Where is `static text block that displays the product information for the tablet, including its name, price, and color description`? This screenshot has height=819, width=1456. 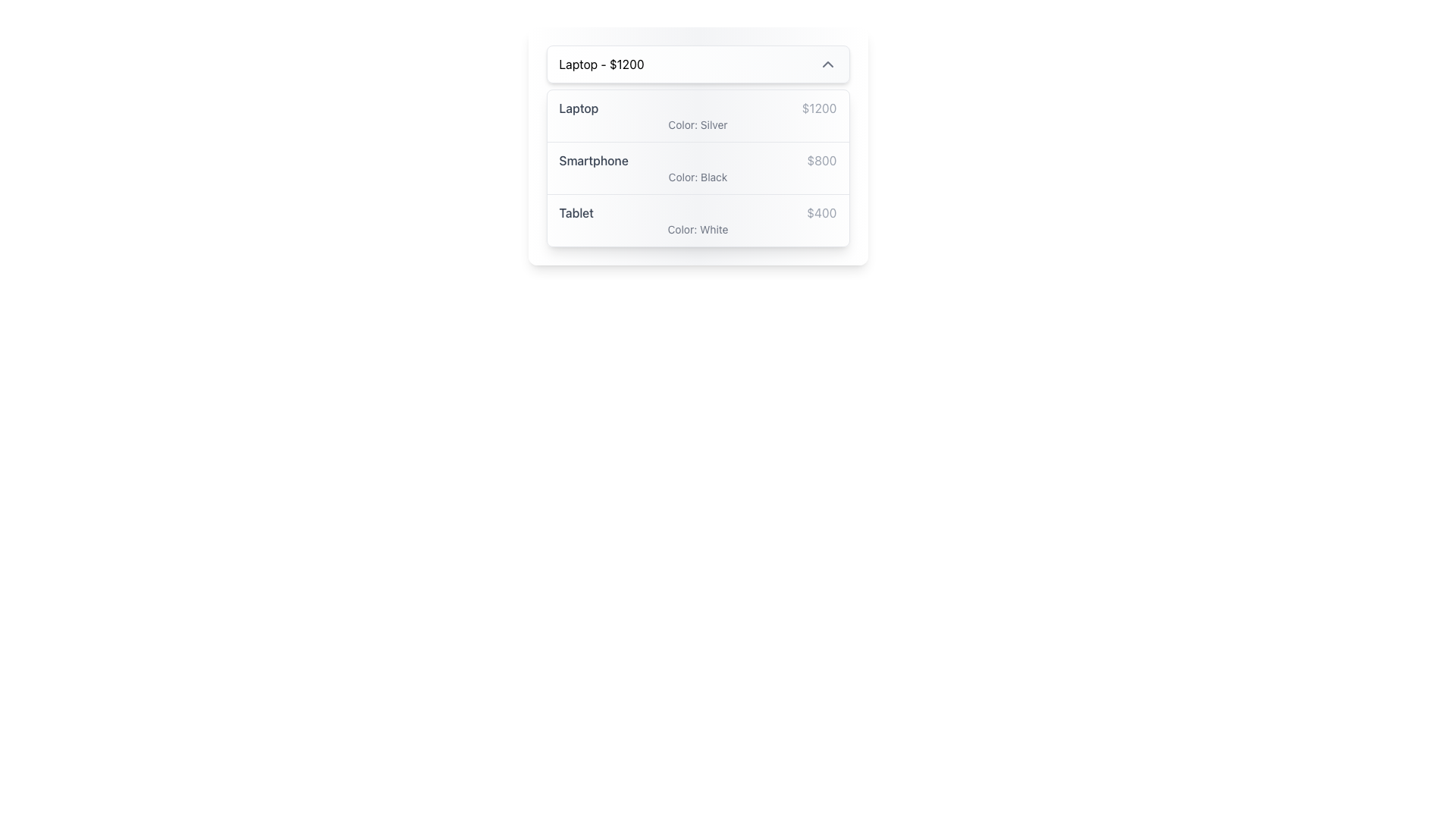
static text block that displays the product information for the tablet, including its name, price, and color description is located at coordinates (697, 220).